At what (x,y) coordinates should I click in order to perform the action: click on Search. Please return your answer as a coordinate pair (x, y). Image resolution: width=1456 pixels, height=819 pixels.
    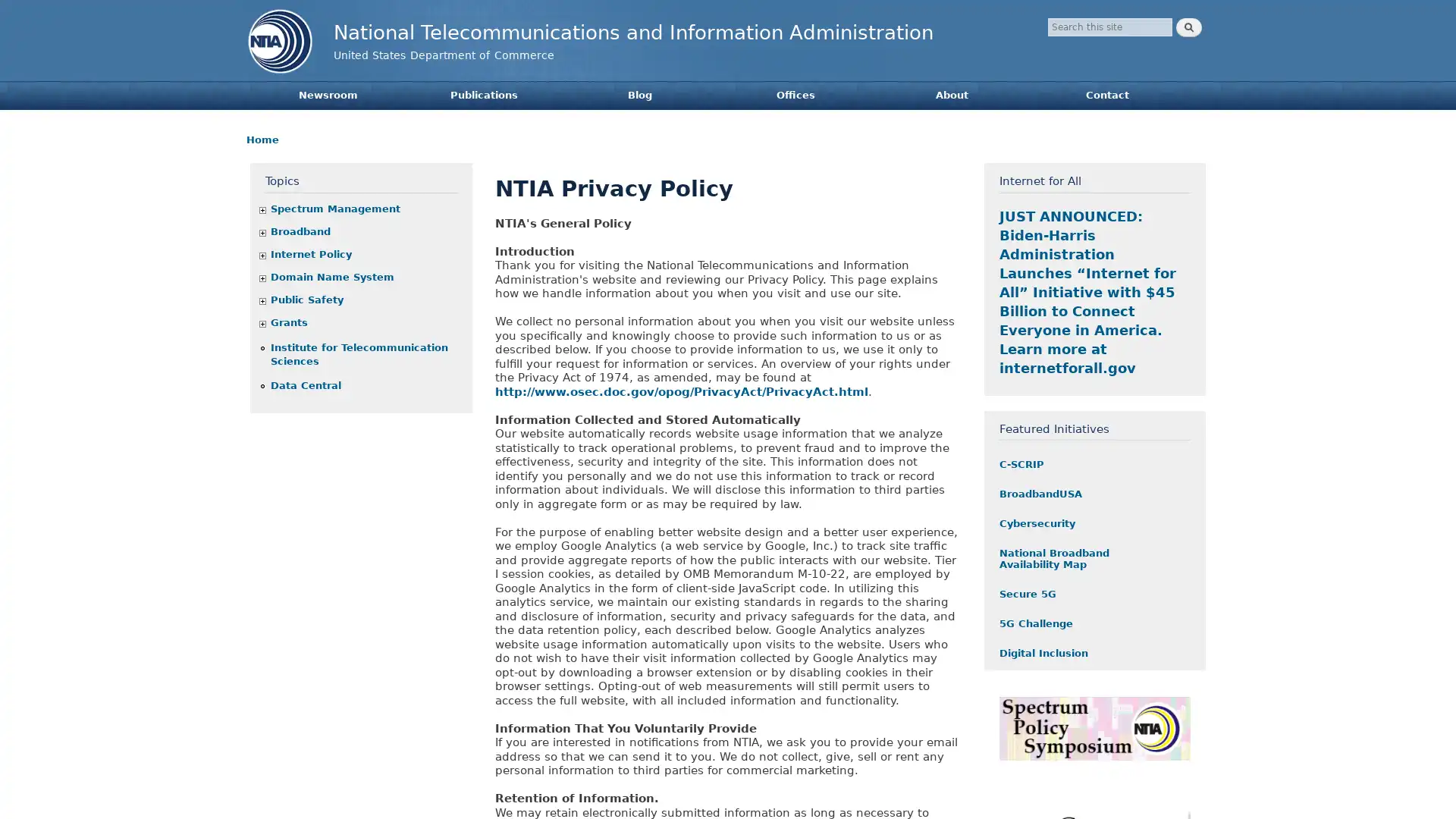
    Looking at the image, I should click on (1188, 27).